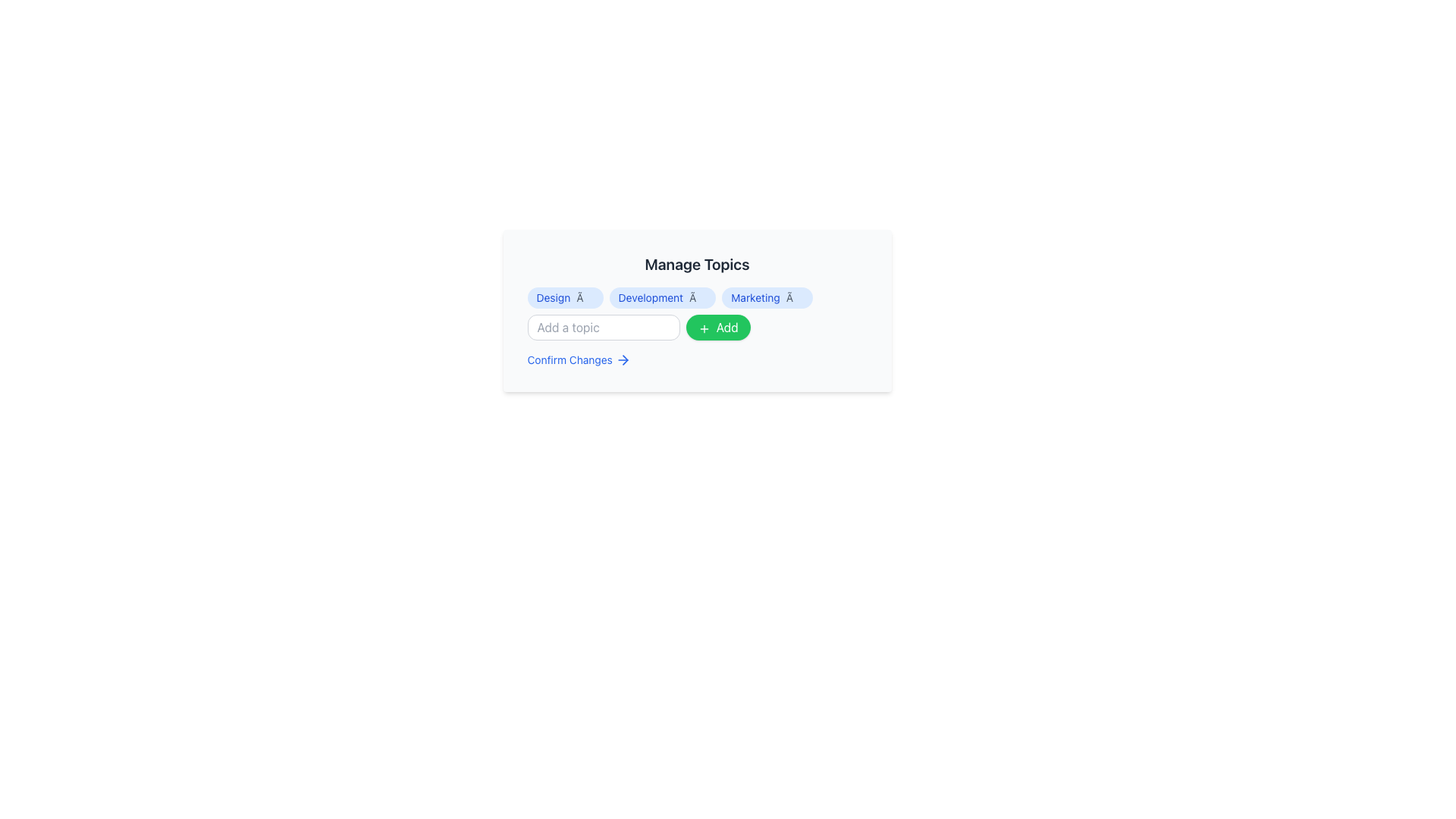 The height and width of the screenshot is (819, 1456). What do you see at coordinates (552, 298) in the screenshot?
I see `the 'Design' text label within the badge in the 'Manage Topics' section` at bounding box center [552, 298].